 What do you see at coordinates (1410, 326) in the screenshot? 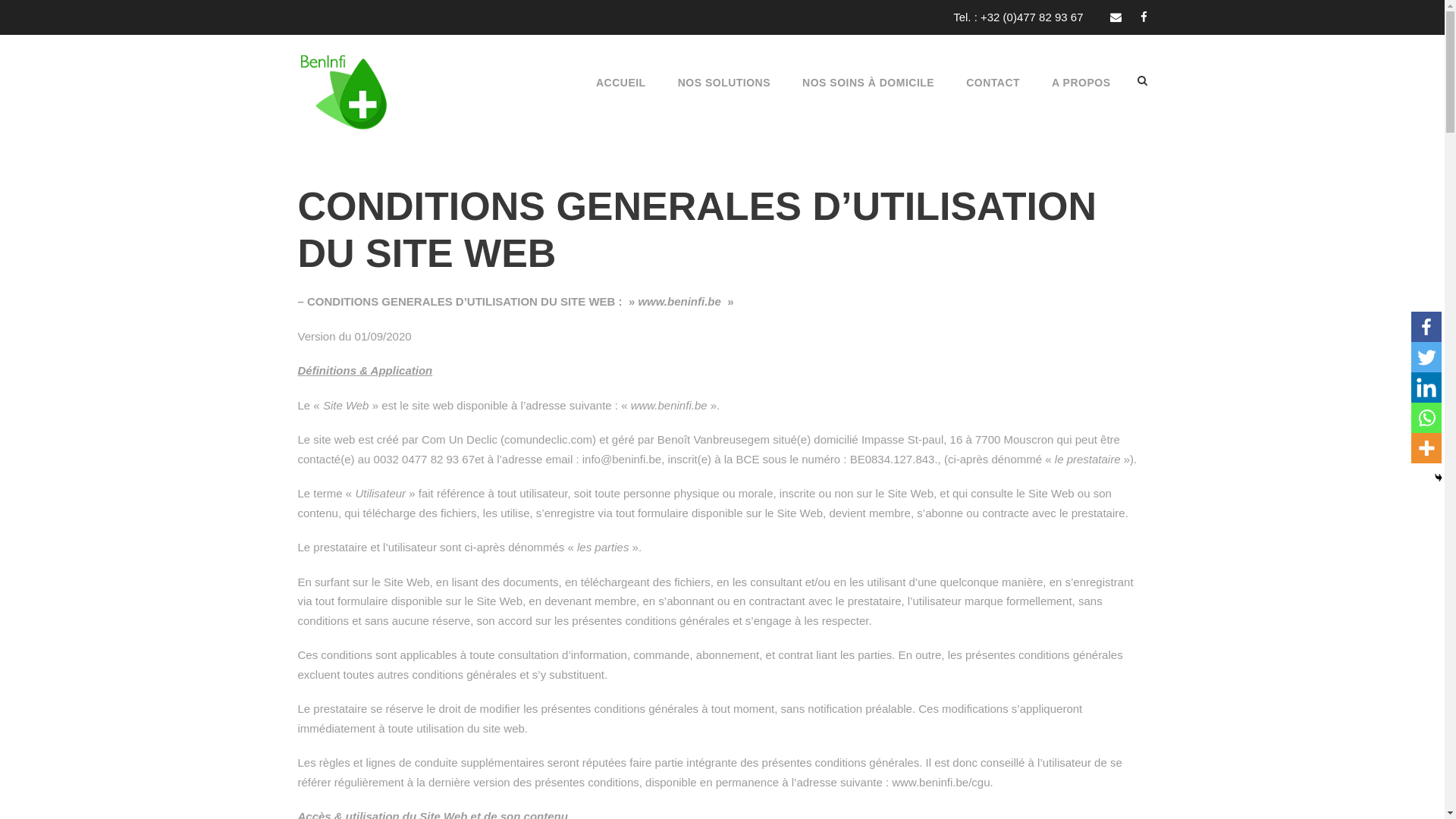
I see `'Facebook'` at bounding box center [1410, 326].